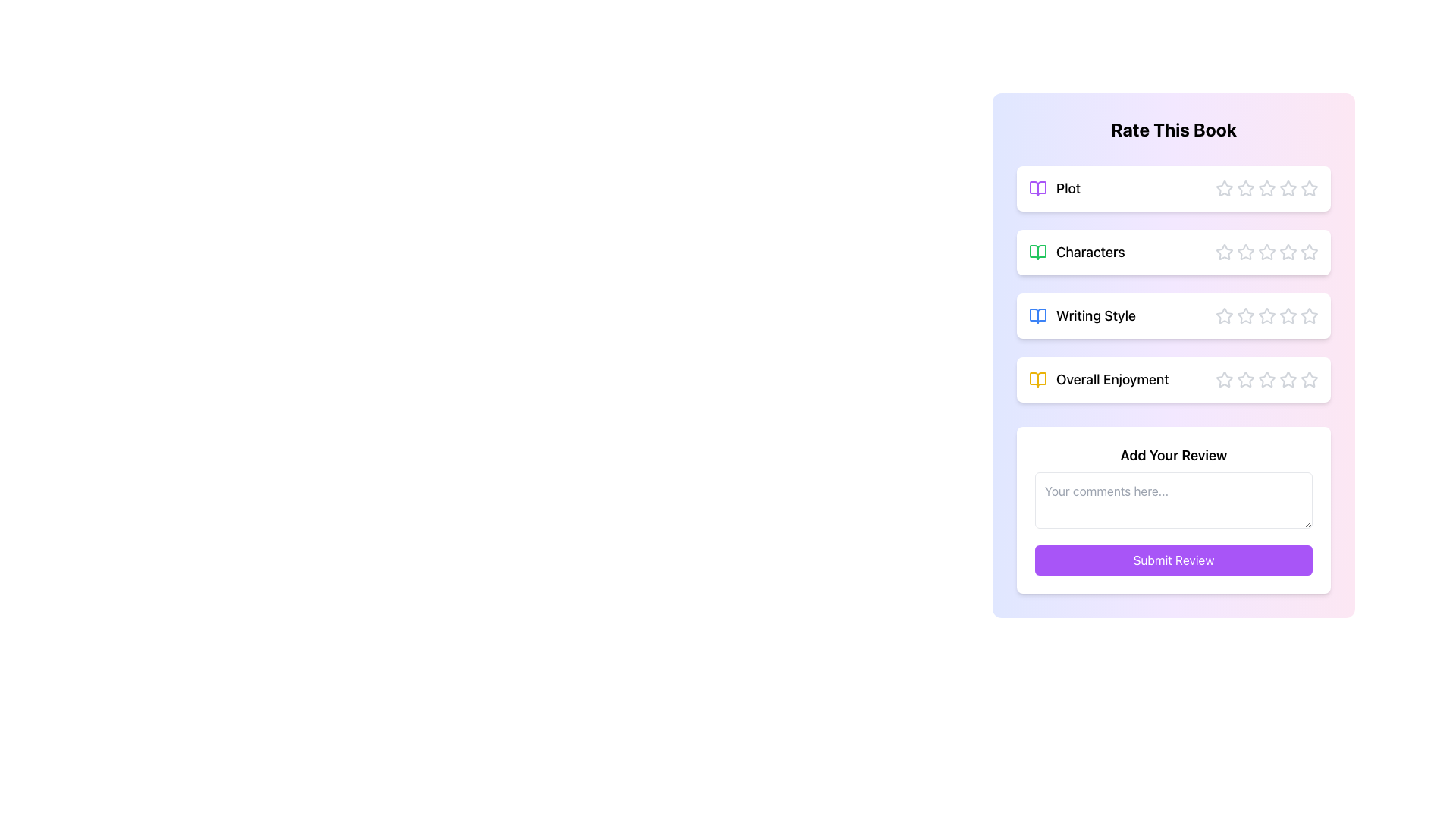 This screenshot has height=819, width=1456. What do you see at coordinates (1037, 251) in the screenshot?
I see `the 'Characters' category icon in the 'Rate This Book' section, which serves as a visual indicator for the category` at bounding box center [1037, 251].